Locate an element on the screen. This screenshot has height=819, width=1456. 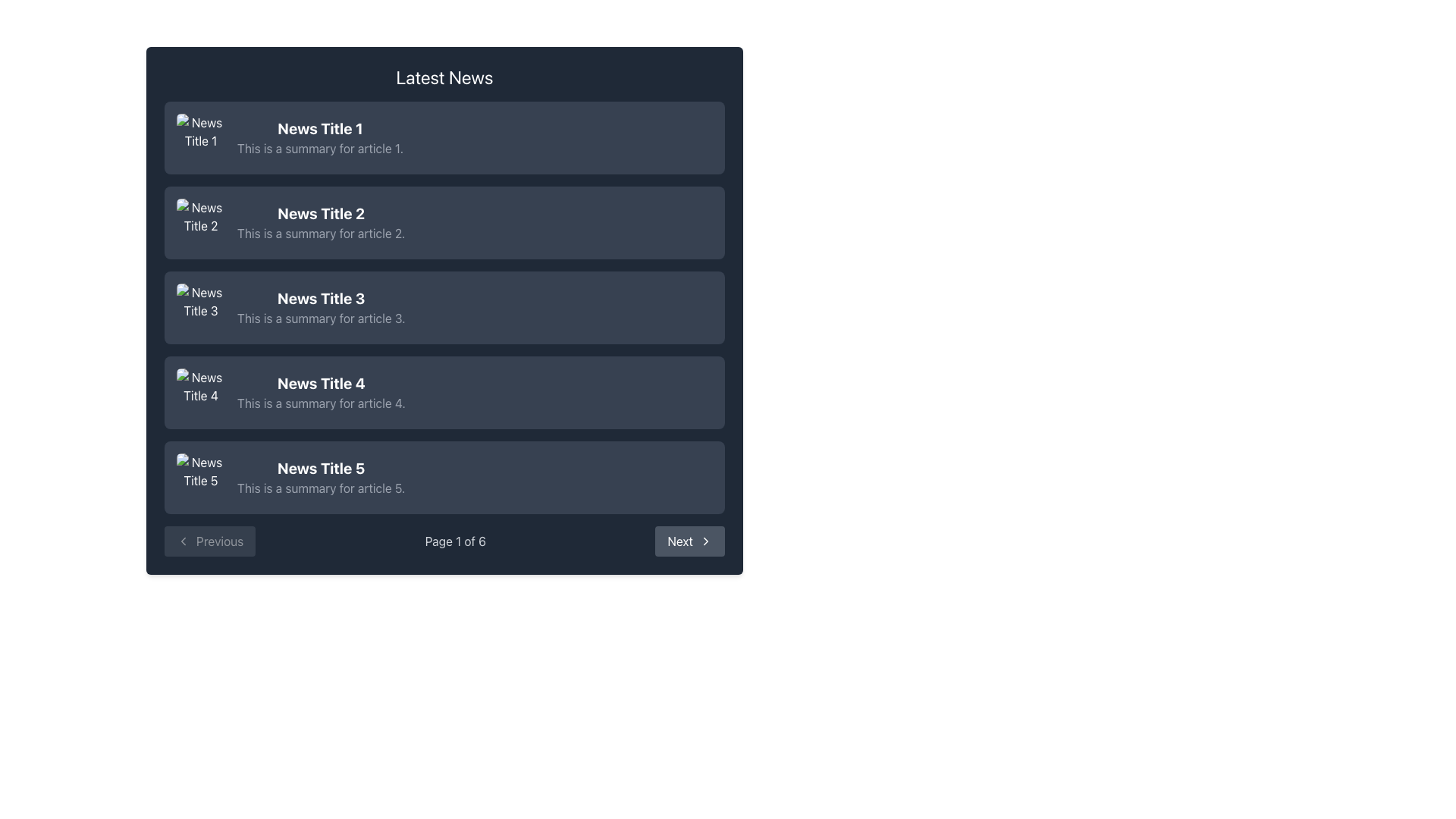
the 'Previous' button with a dark gray background and light gray text is located at coordinates (209, 540).